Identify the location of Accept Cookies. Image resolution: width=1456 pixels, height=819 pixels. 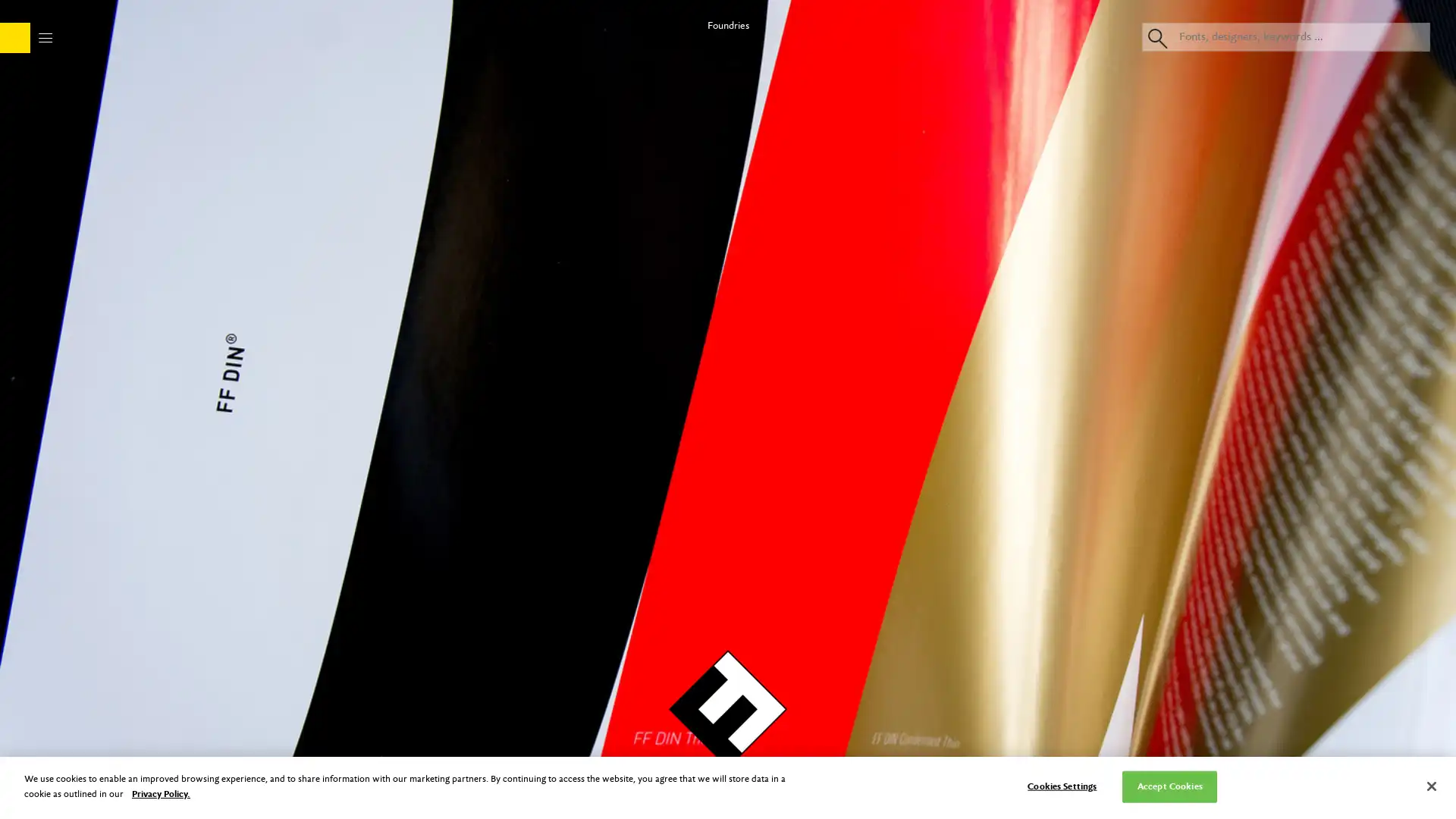
(1169, 786).